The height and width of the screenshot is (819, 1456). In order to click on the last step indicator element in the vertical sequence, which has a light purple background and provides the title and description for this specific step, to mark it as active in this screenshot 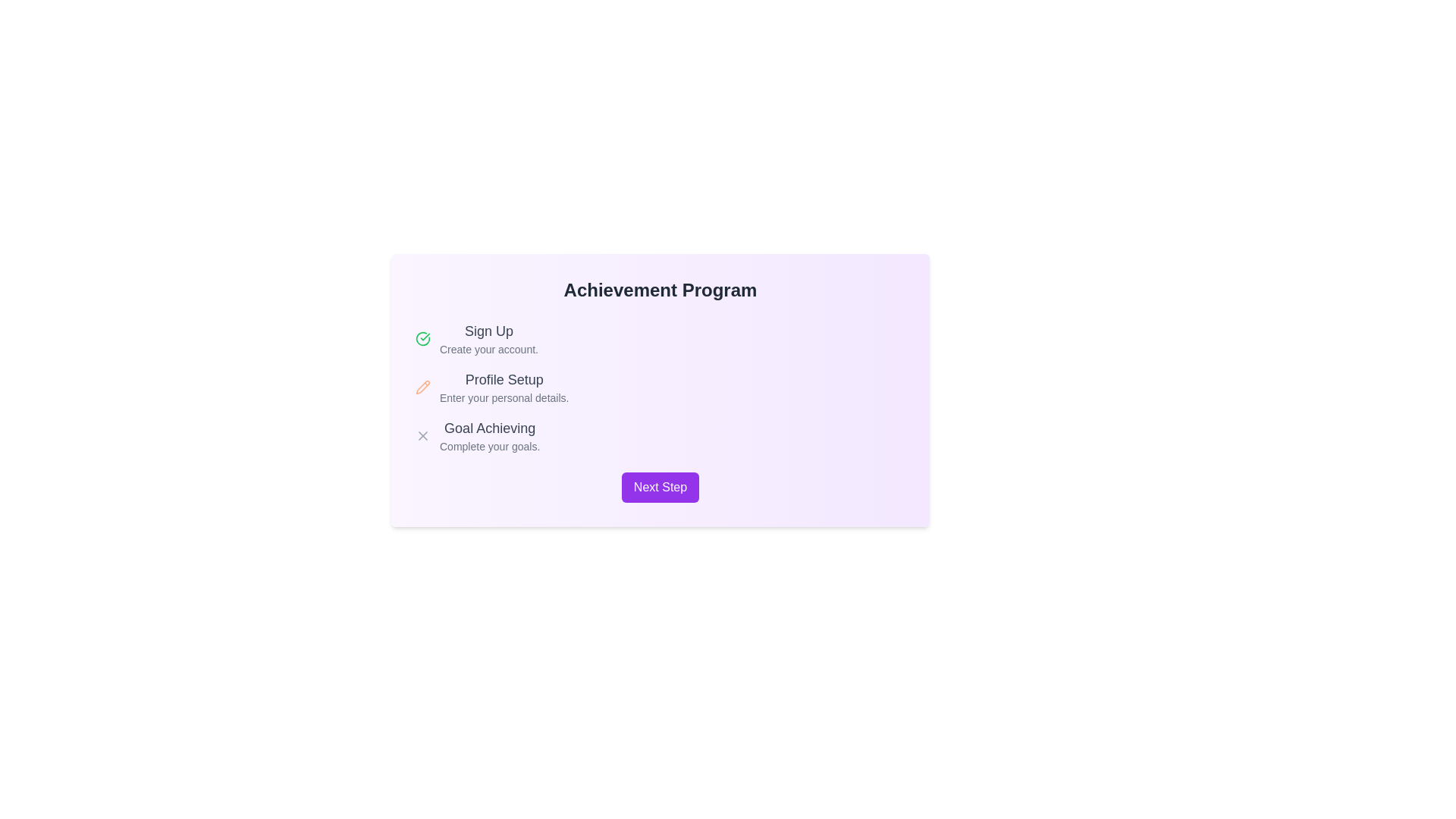, I will do `click(490, 435)`.